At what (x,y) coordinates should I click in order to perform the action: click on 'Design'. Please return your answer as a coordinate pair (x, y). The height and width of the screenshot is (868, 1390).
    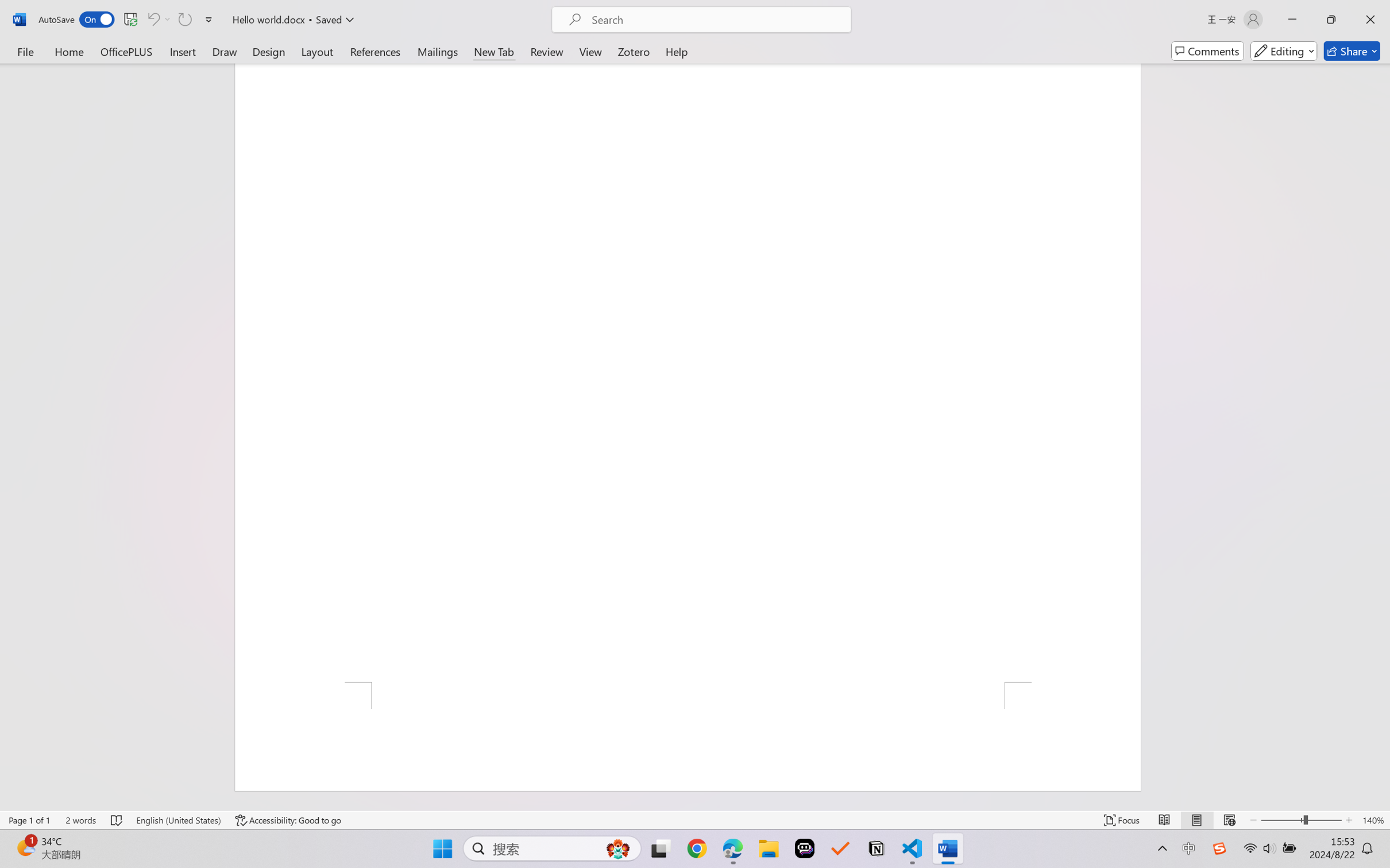
    Looking at the image, I should click on (268, 51).